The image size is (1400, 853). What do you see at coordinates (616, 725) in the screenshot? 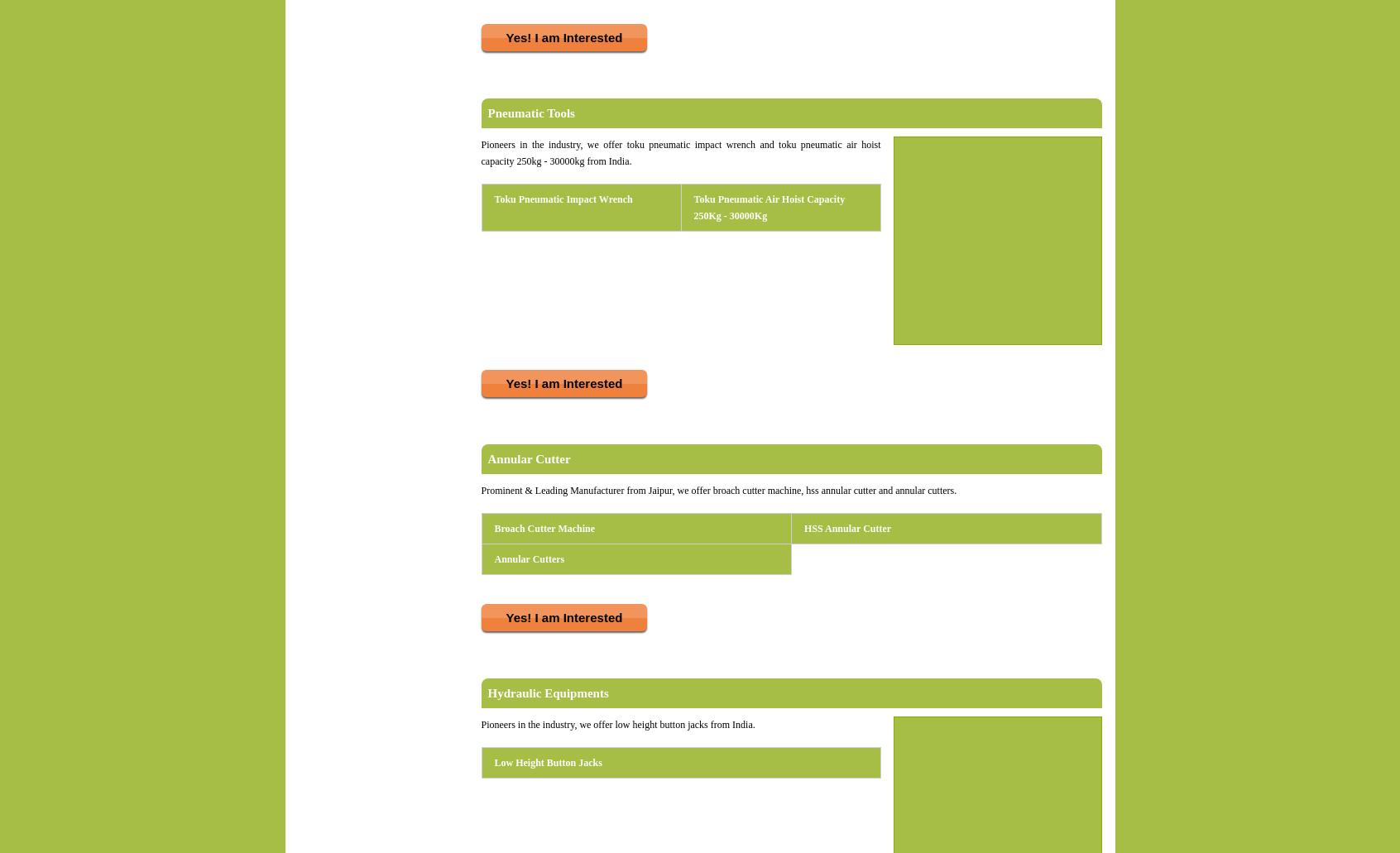
I see `'Pioneers in the industry, we offer low height button jacks from India.'` at bounding box center [616, 725].